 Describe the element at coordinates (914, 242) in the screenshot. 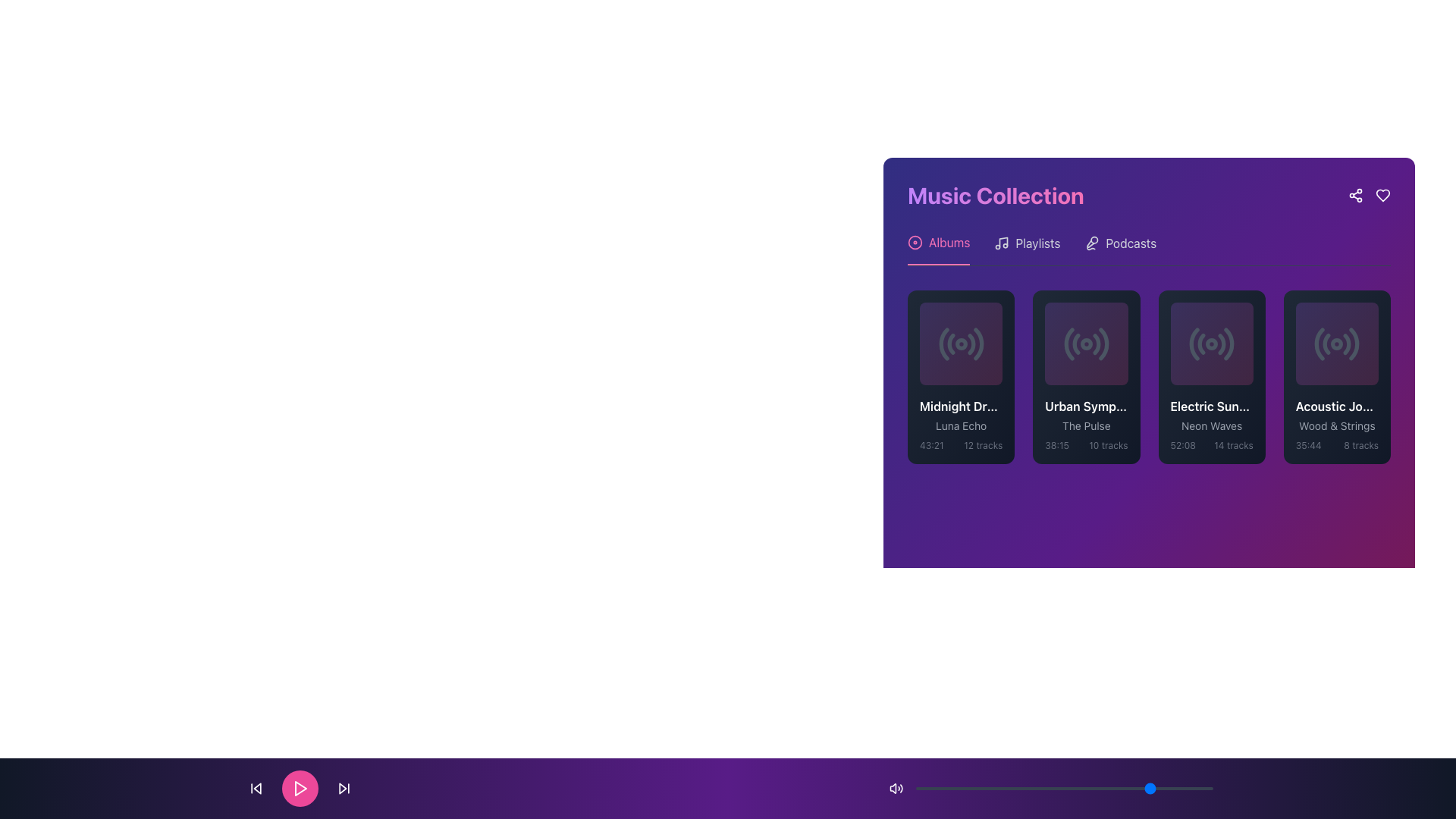

I see `the center of the Circular Icon located in the top-left of the 'Music Collection' section` at that location.